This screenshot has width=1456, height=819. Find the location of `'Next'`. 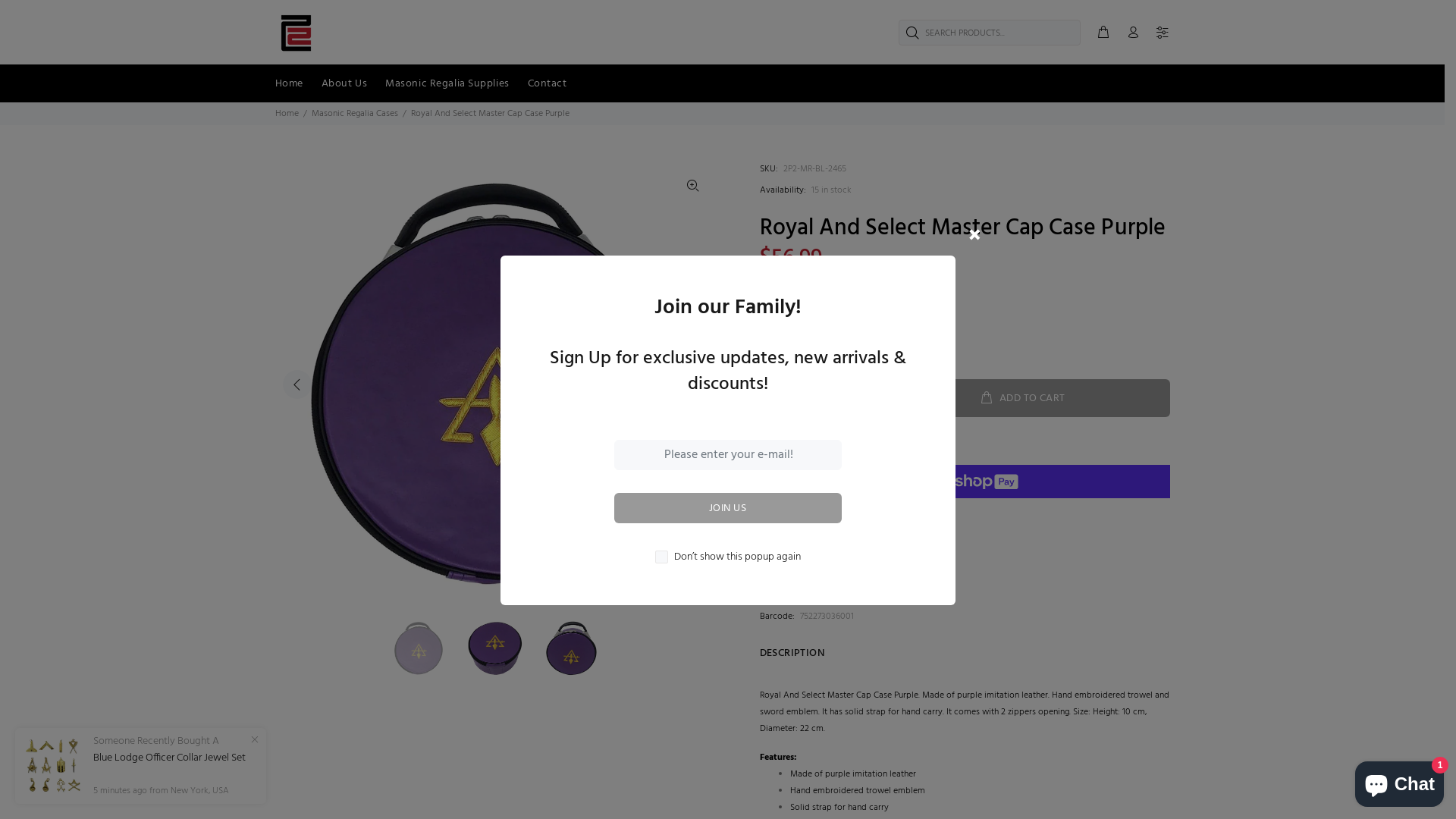

'Next' is located at coordinates (691, 383).